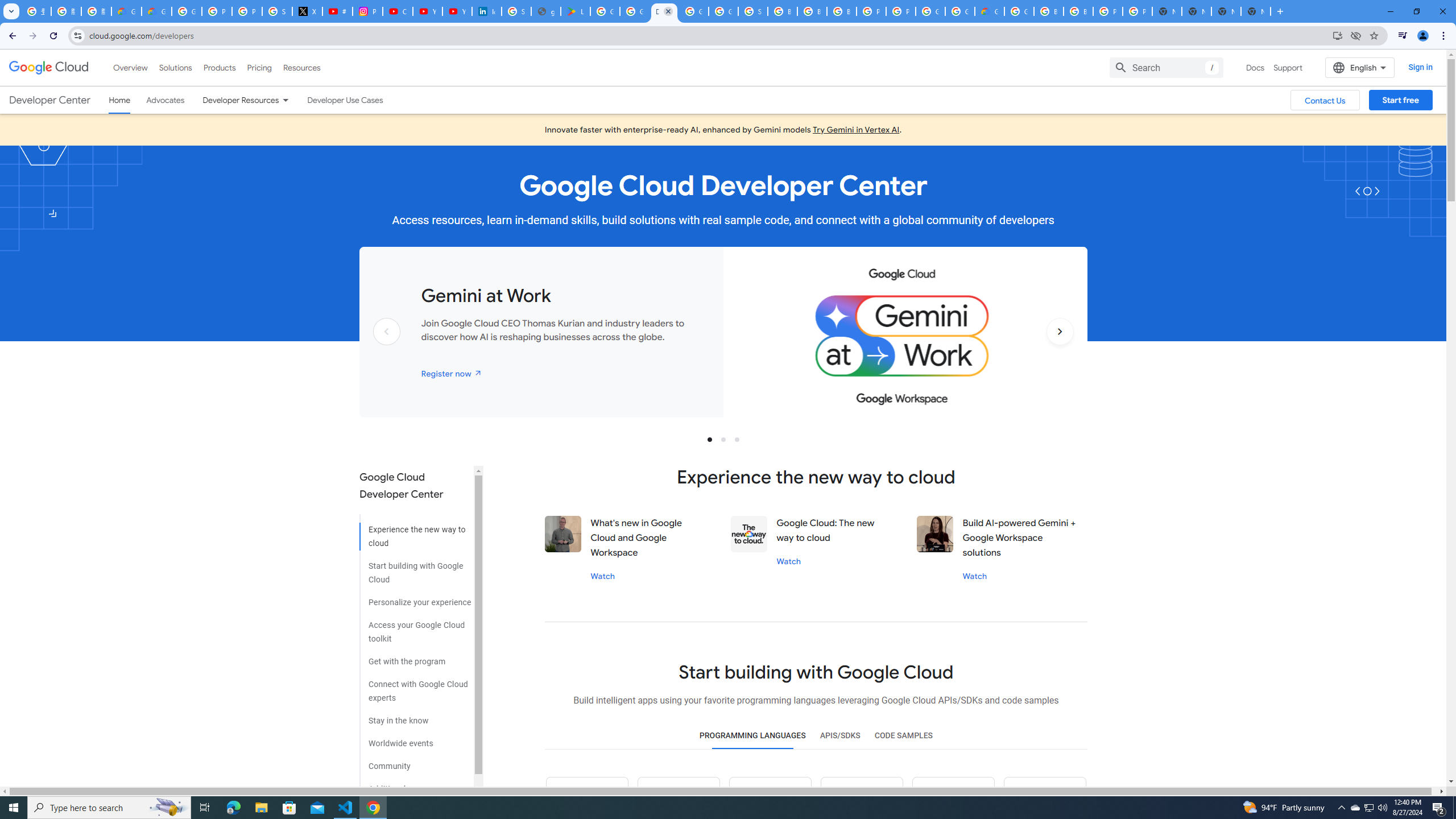 The image size is (1456, 819). I want to click on 'Contact Us', so click(1324, 100).